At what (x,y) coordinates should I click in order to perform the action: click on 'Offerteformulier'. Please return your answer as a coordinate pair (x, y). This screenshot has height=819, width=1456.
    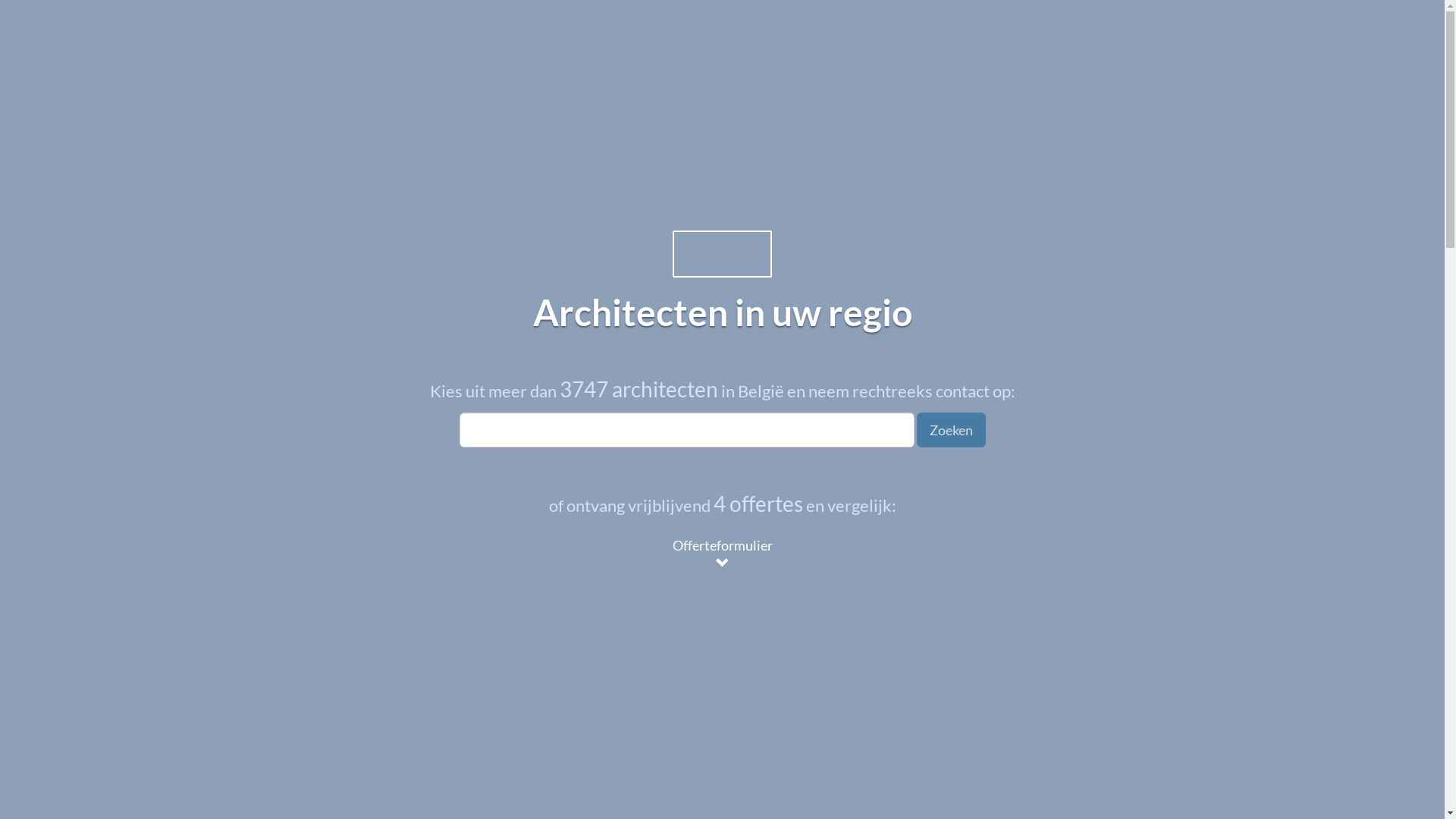
    Looking at the image, I should click on (659, 554).